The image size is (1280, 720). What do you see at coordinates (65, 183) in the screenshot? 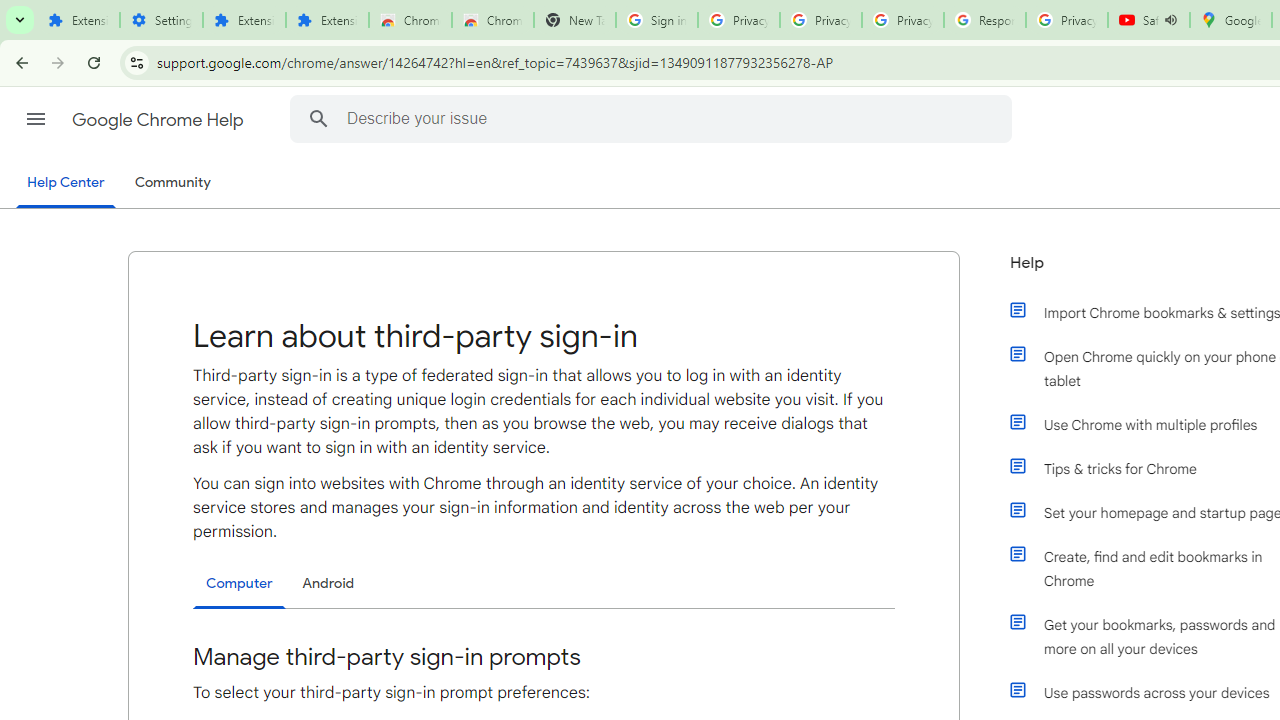
I see `'Help Center'` at bounding box center [65, 183].